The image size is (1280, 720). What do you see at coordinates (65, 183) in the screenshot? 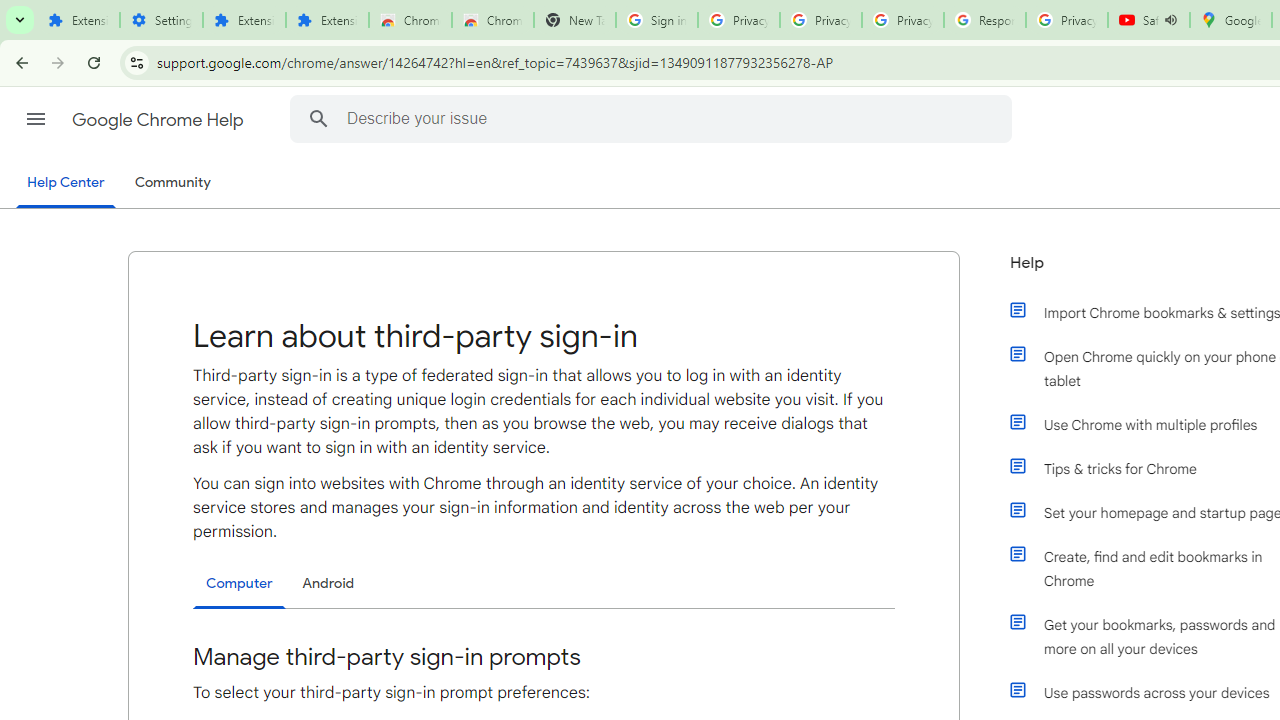
I see `'Help Center'` at bounding box center [65, 183].